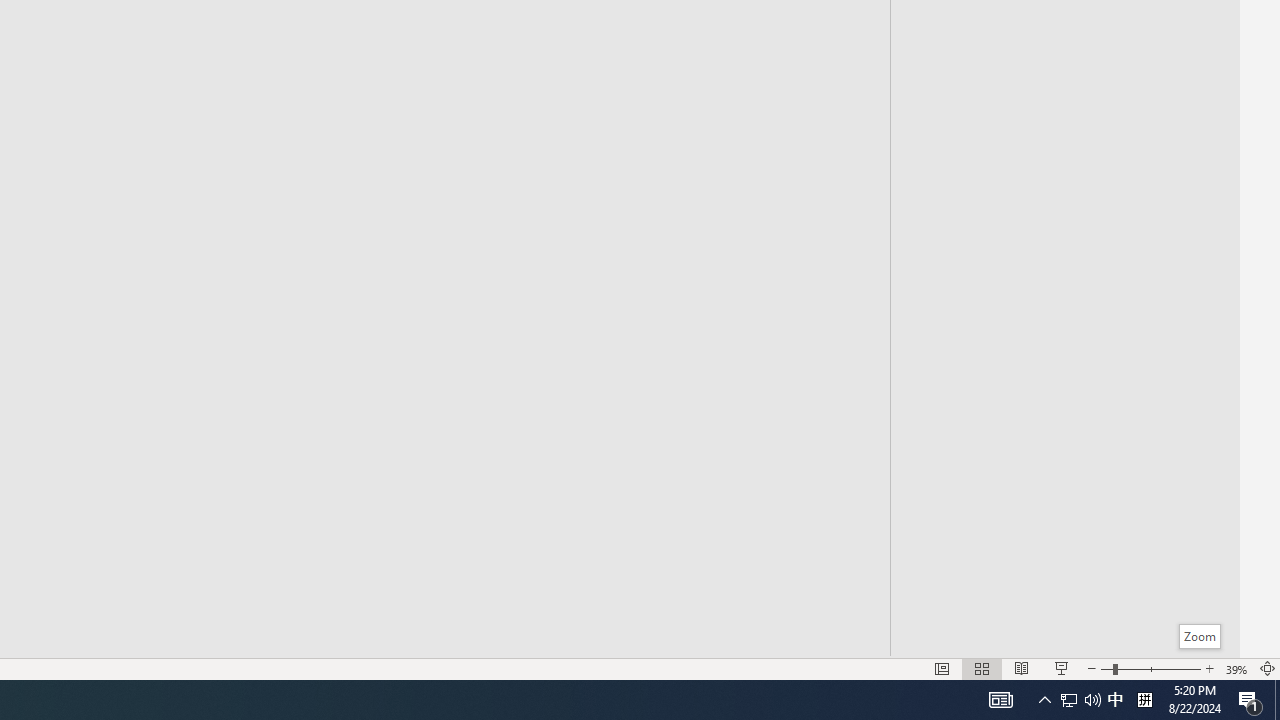  Describe the element at coordinates (1236, 669) in the screenshot. I see `'Zoom 39%'` at that location.